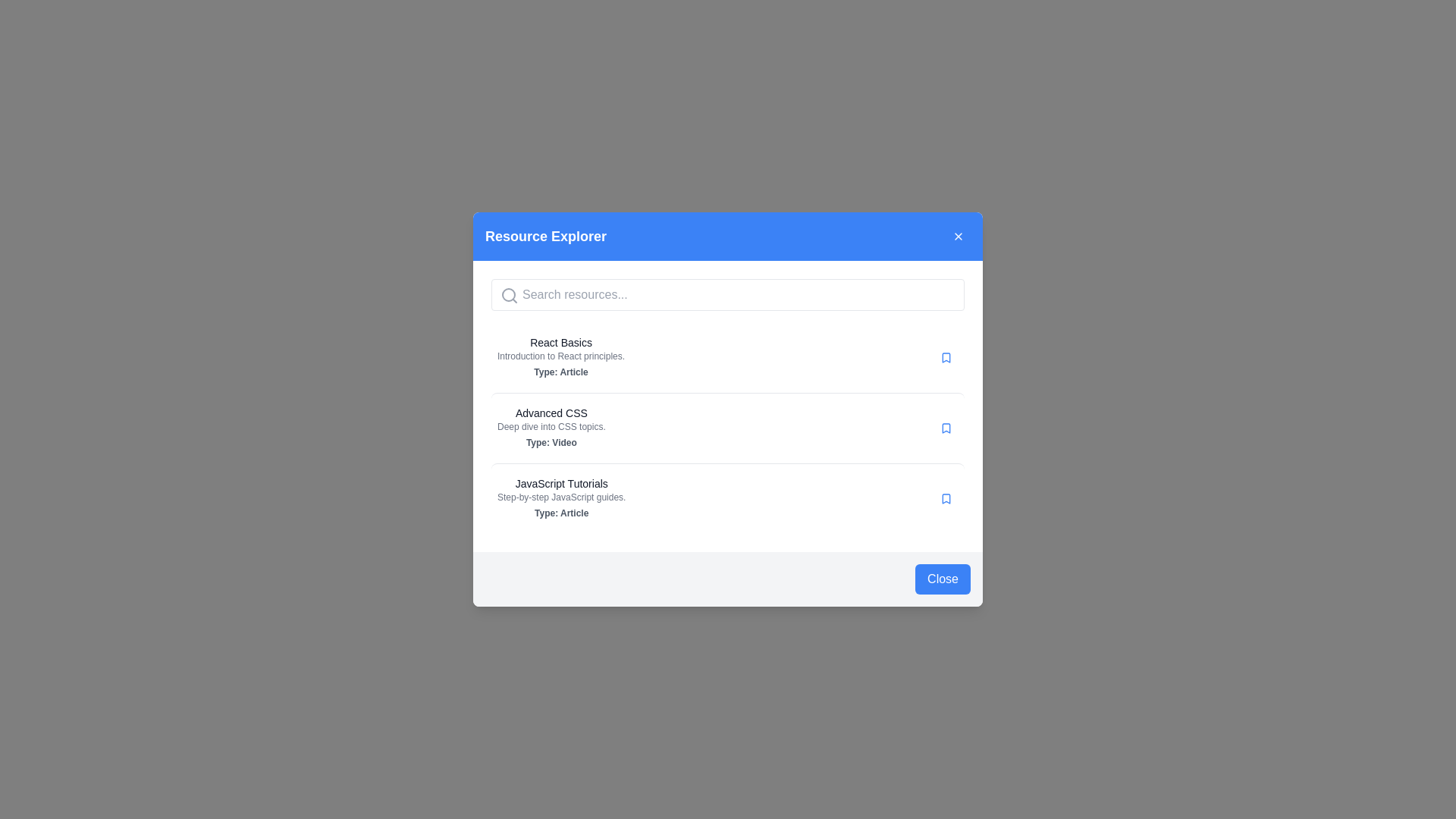  Describe the element at coordinates (946, 499) in the screenshot. I see `the circular bookmark button with a transparent background that turns gray on hover, located in the rightmost part of the third item labeled 'JavaScript Tutorials'` at that location.